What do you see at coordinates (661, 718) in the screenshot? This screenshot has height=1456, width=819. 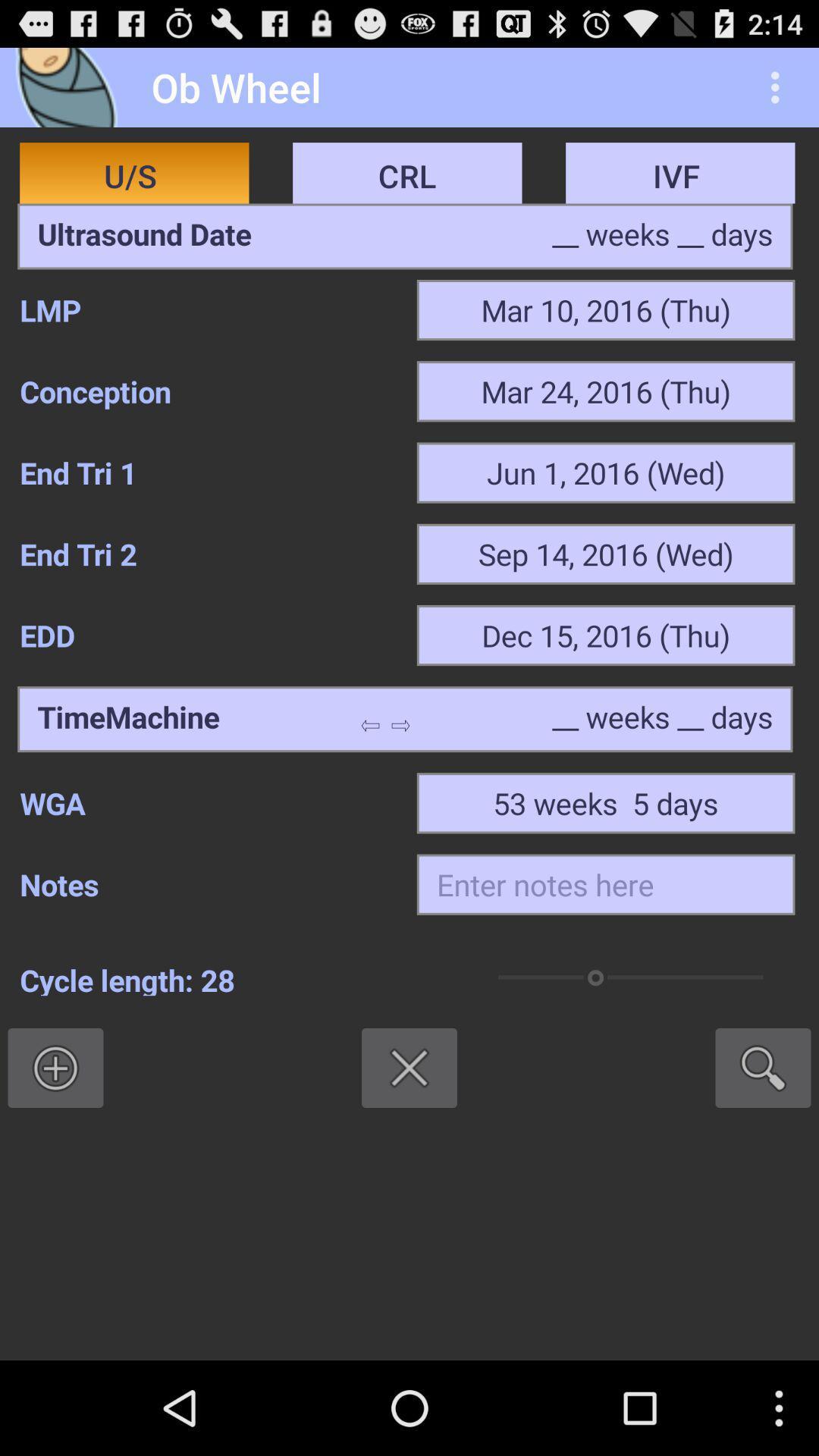 I see `the weeks and days` at bounding box center [661, 718].